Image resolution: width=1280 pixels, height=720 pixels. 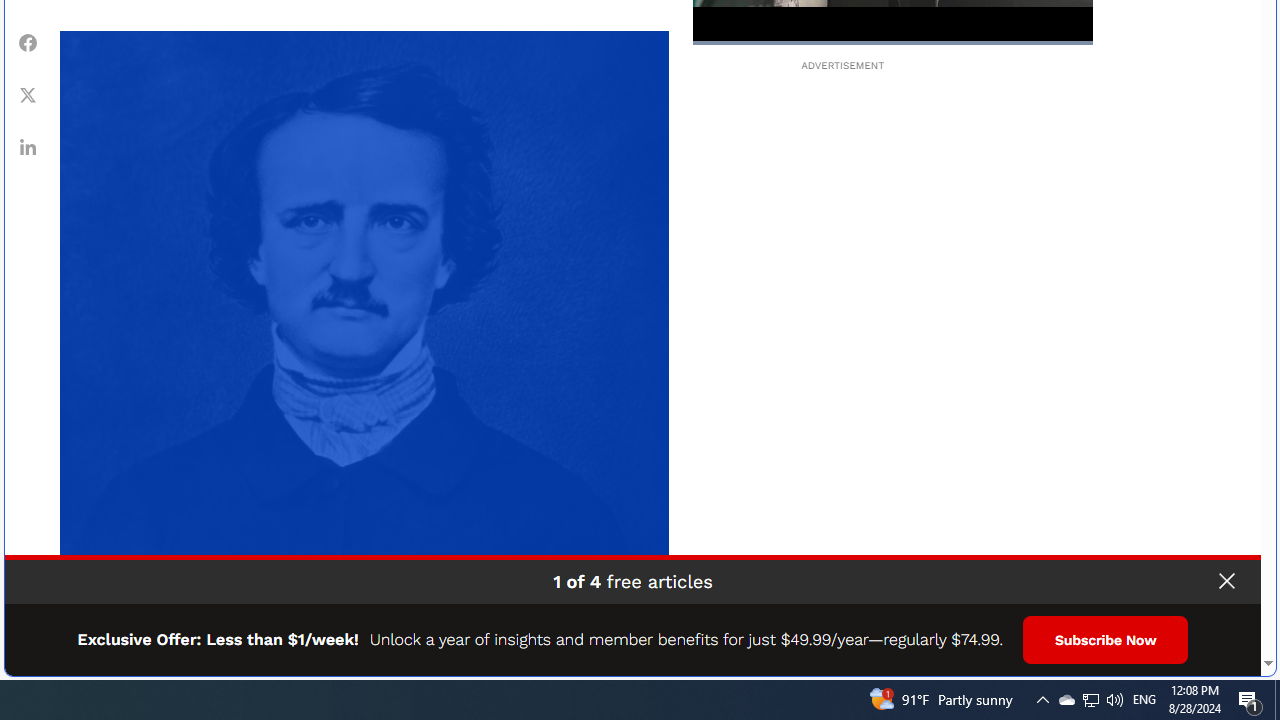 I want to click on 'Portrait of Edgar Allan Poe.', so click(x=364, y=334).